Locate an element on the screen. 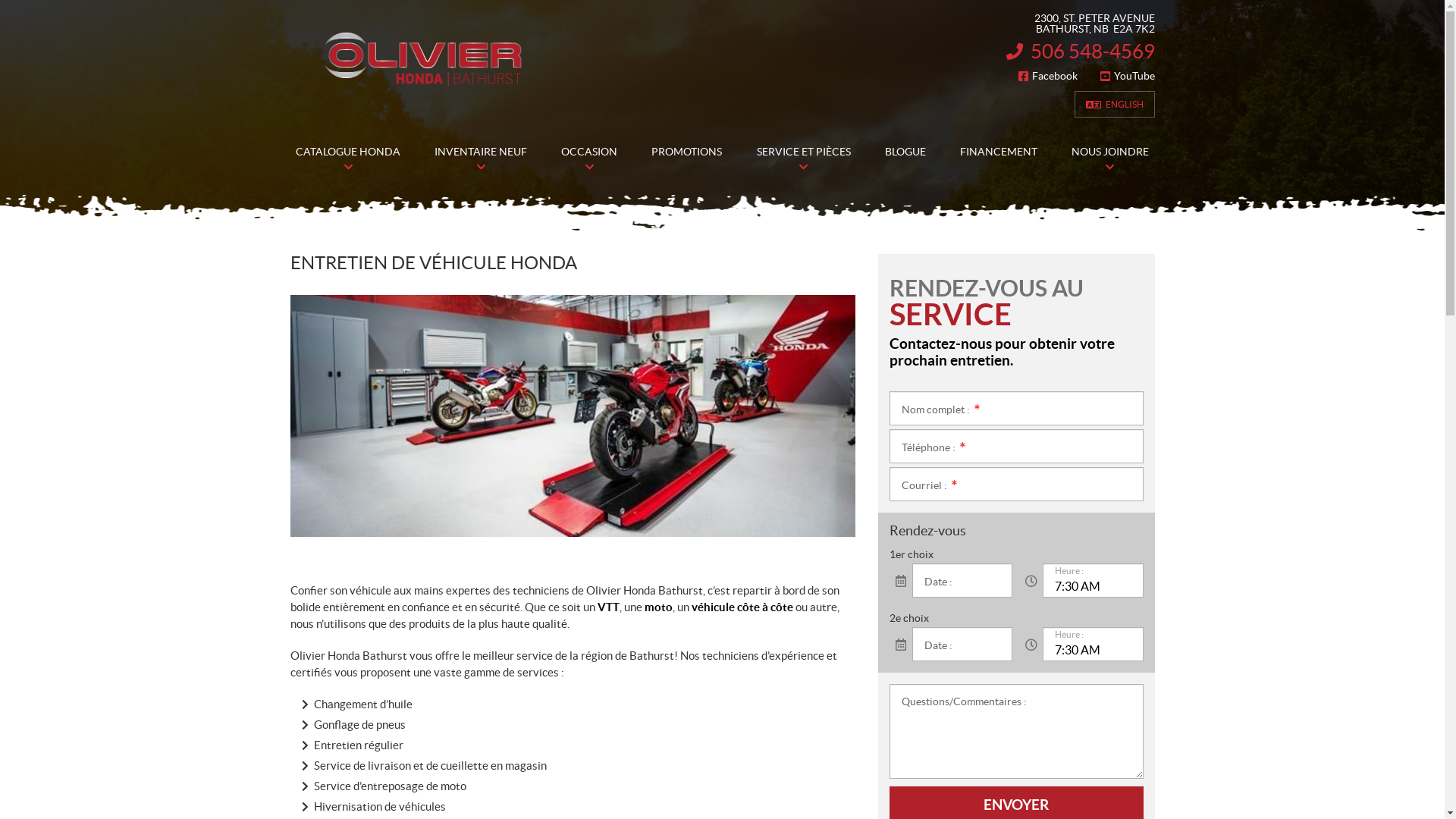  '2300, ST. PETER AVENUE is located at coordinates (1079, 24).